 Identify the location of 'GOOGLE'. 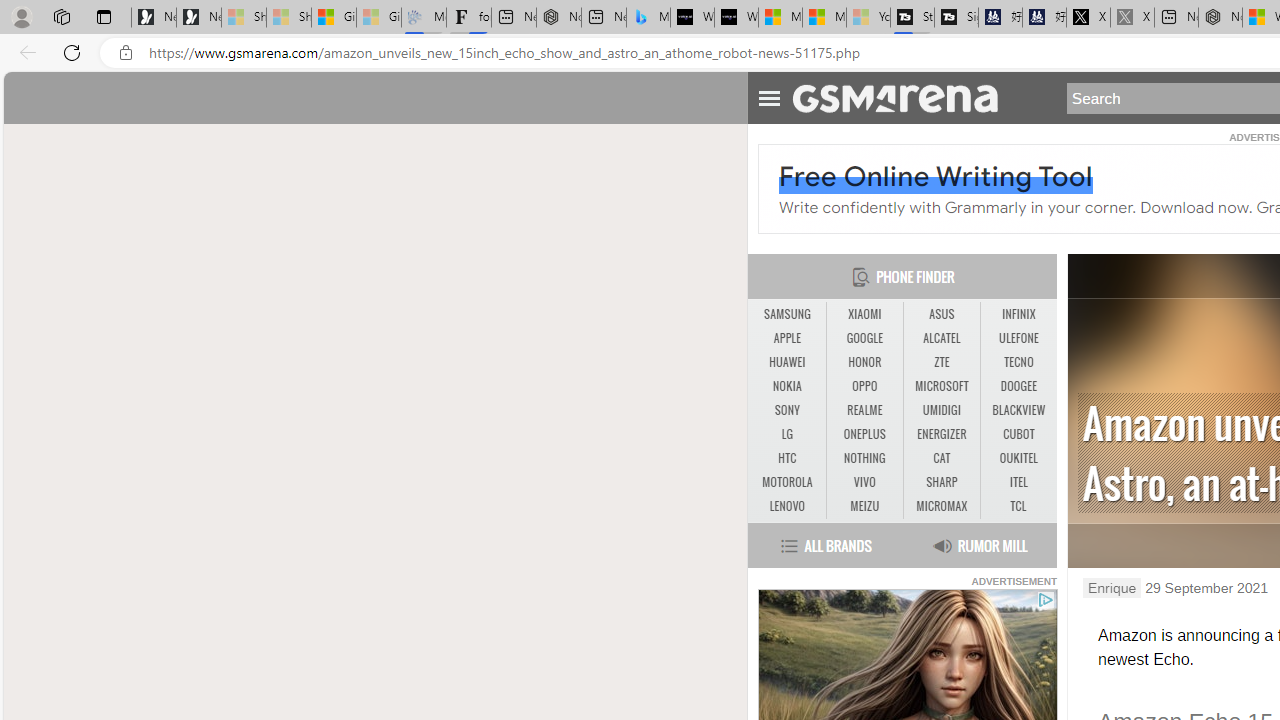
(864, 338).